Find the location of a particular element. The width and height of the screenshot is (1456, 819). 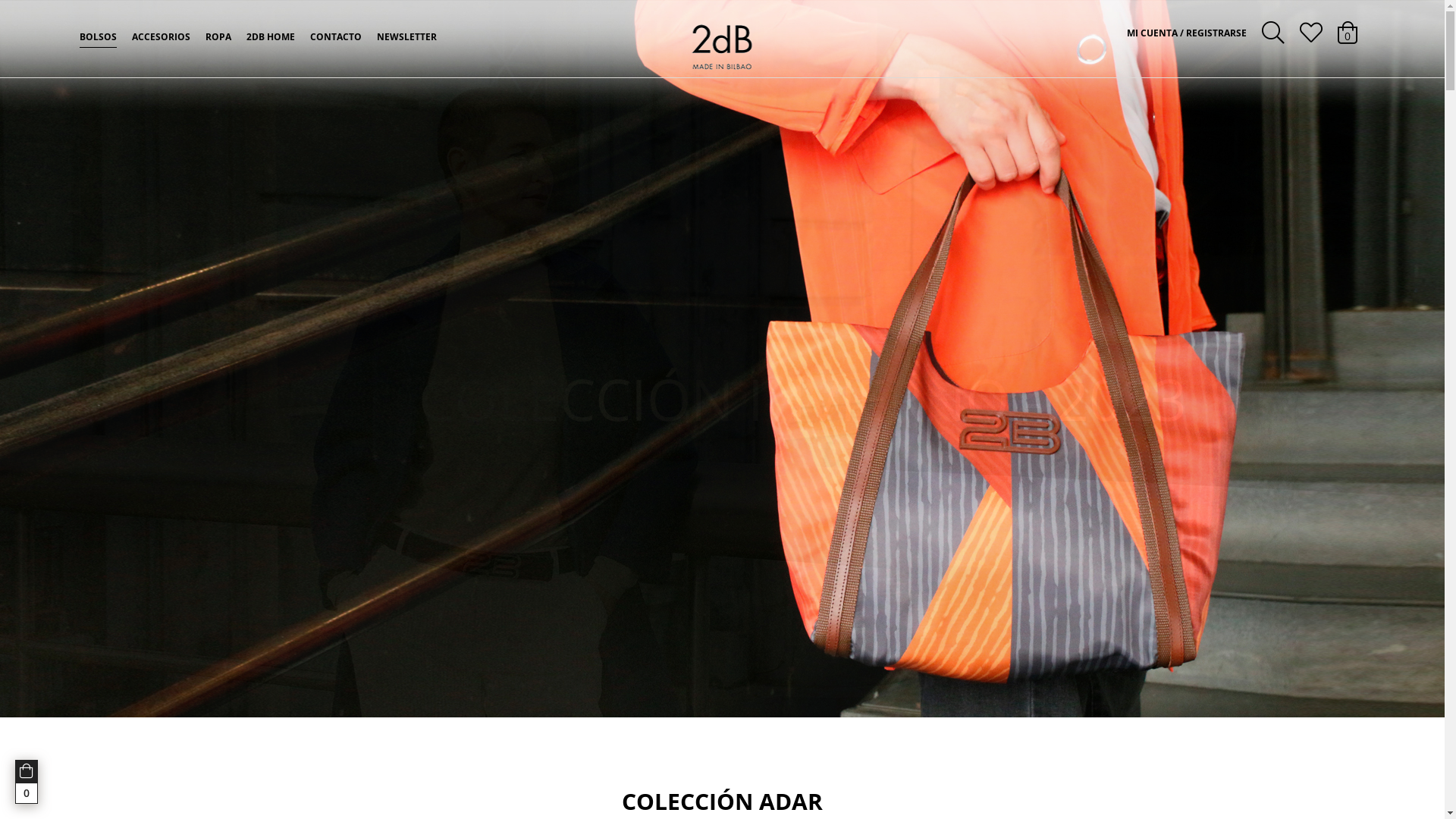

'ROPA' is located at coordinates (218, 36).